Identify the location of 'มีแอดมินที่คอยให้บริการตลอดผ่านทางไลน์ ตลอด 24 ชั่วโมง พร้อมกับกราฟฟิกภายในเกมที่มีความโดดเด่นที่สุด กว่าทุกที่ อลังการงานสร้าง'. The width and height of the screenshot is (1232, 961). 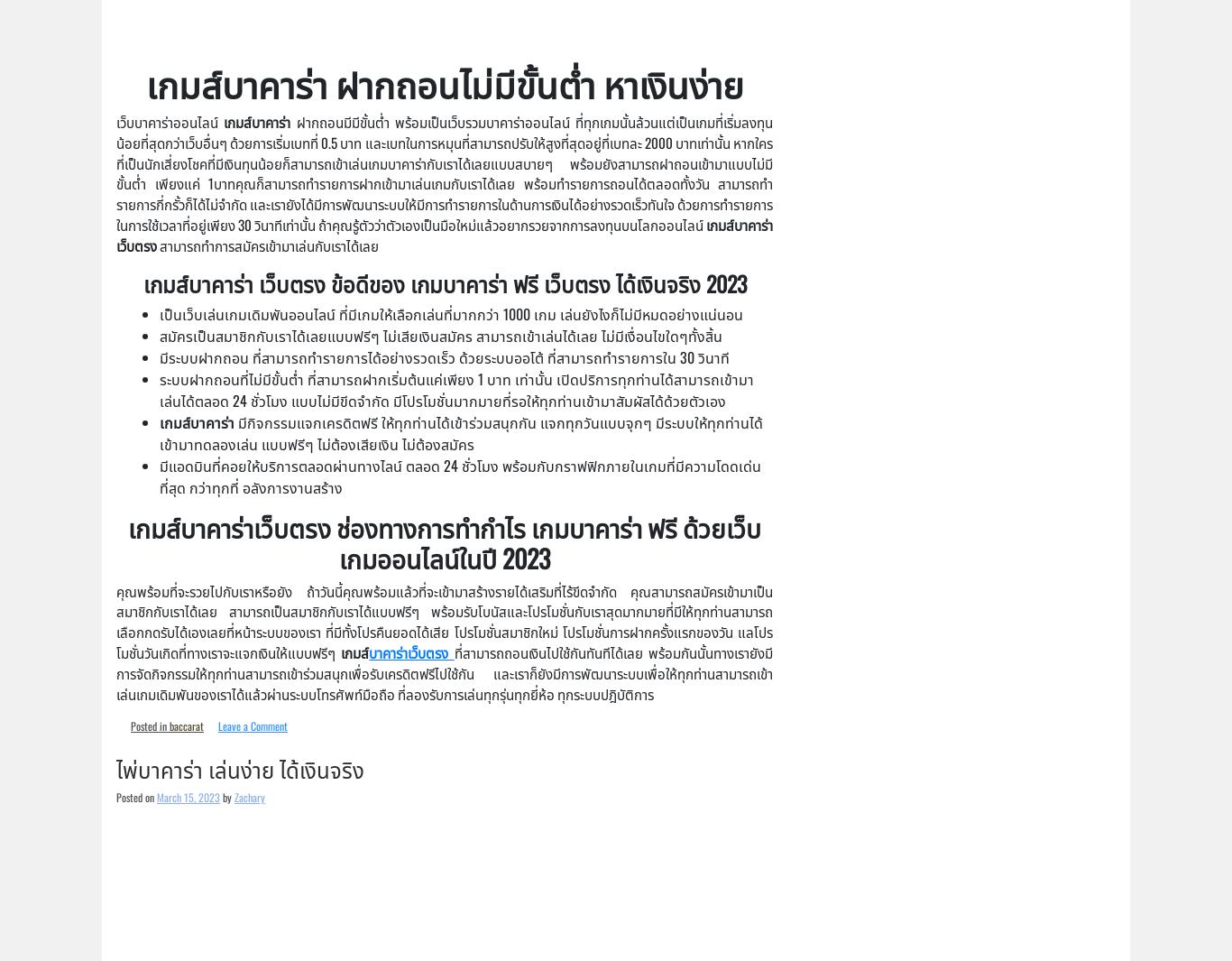
(460, 476).